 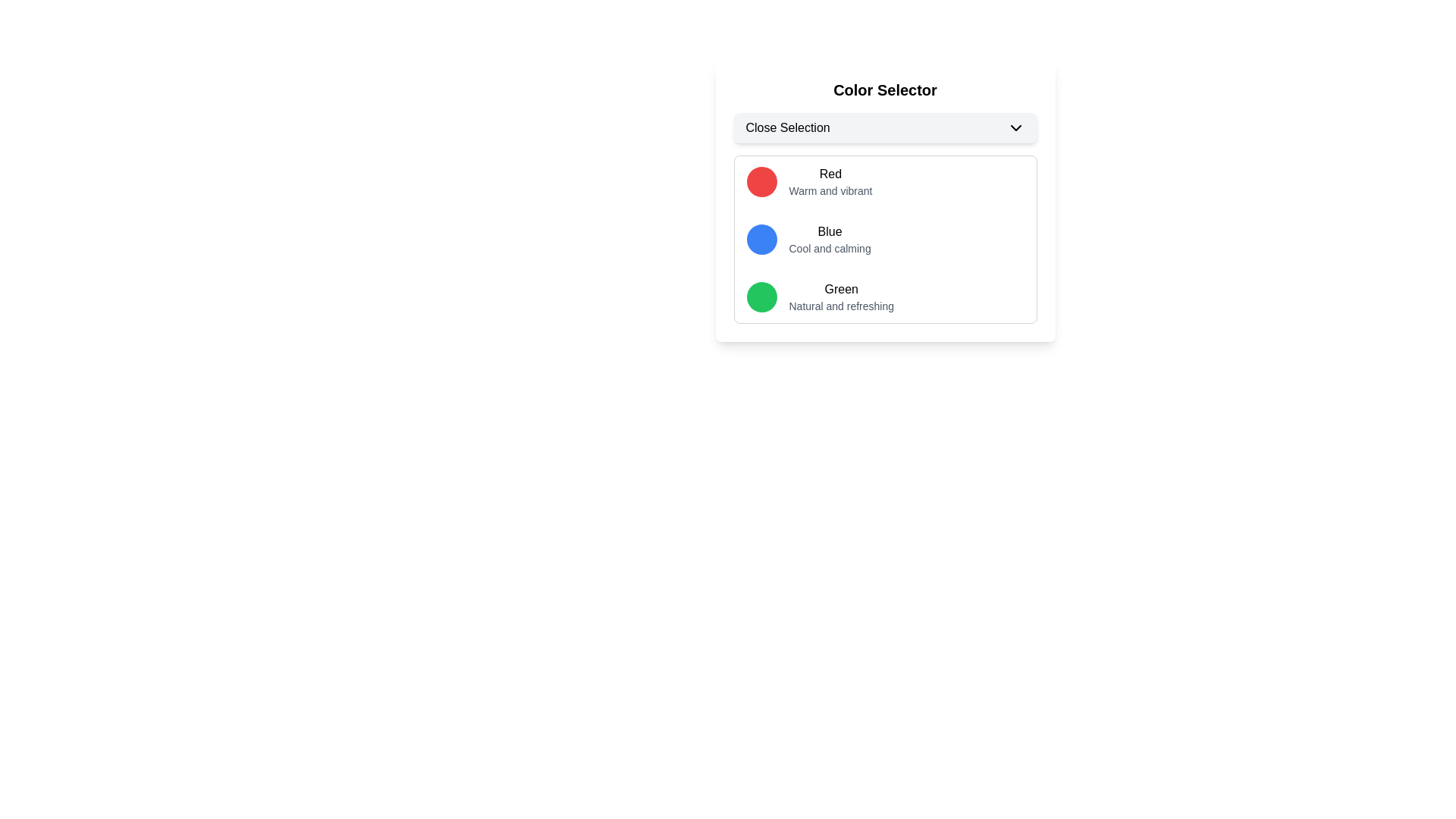 What do you see at coordinates (830, 190) in the screenshot?
I see `the text snippet reading 'Warm and vibrant', which is styled in gray and located below the label 'Red' in the color selection interface` at bounding box center [830, 190].